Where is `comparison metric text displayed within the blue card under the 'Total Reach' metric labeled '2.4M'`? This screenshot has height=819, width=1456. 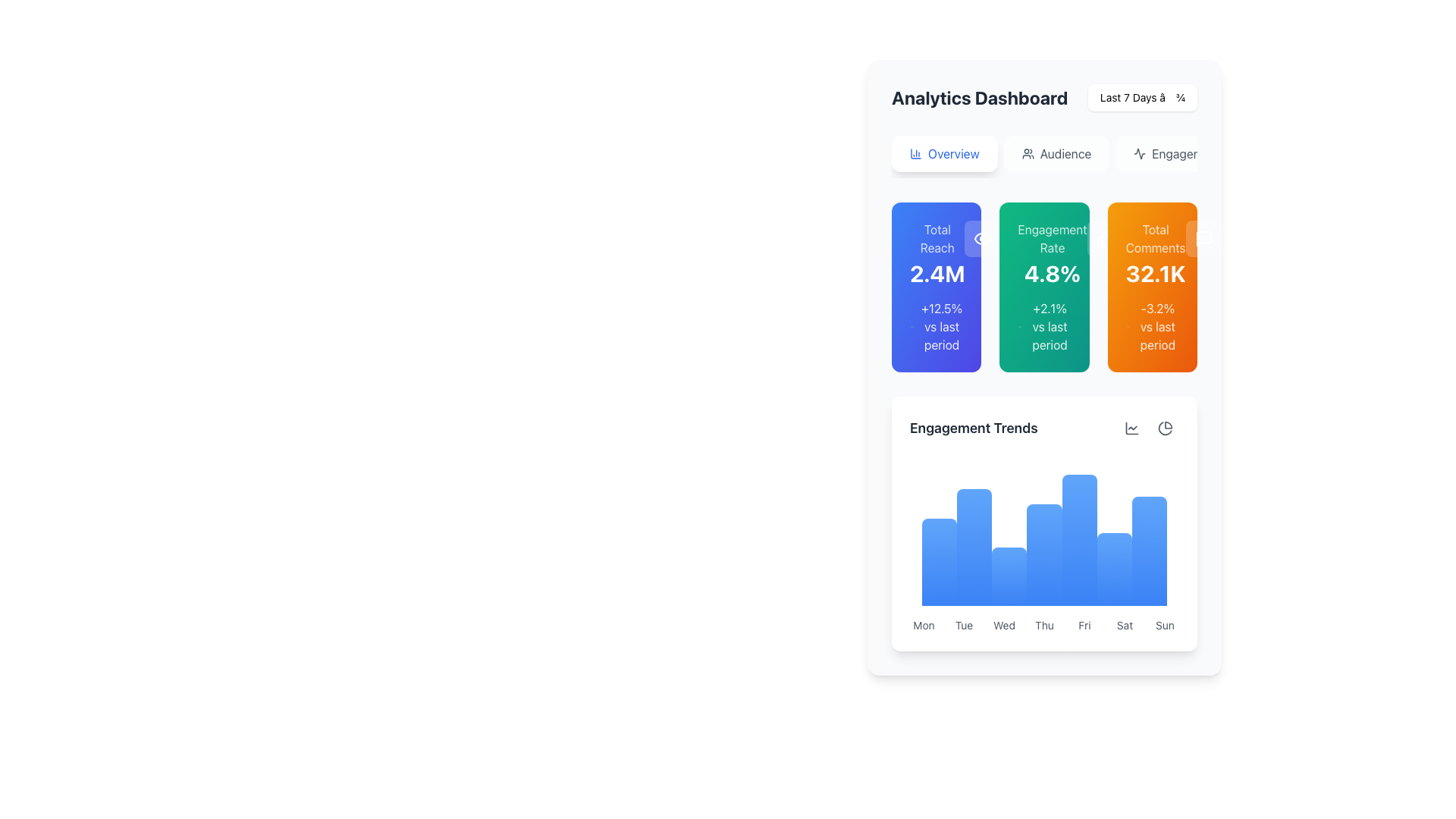 comparison metric text displayed within the blue card under the 'Total Reach' metric labeled '2.4M' is located at coordinates (936, 326).